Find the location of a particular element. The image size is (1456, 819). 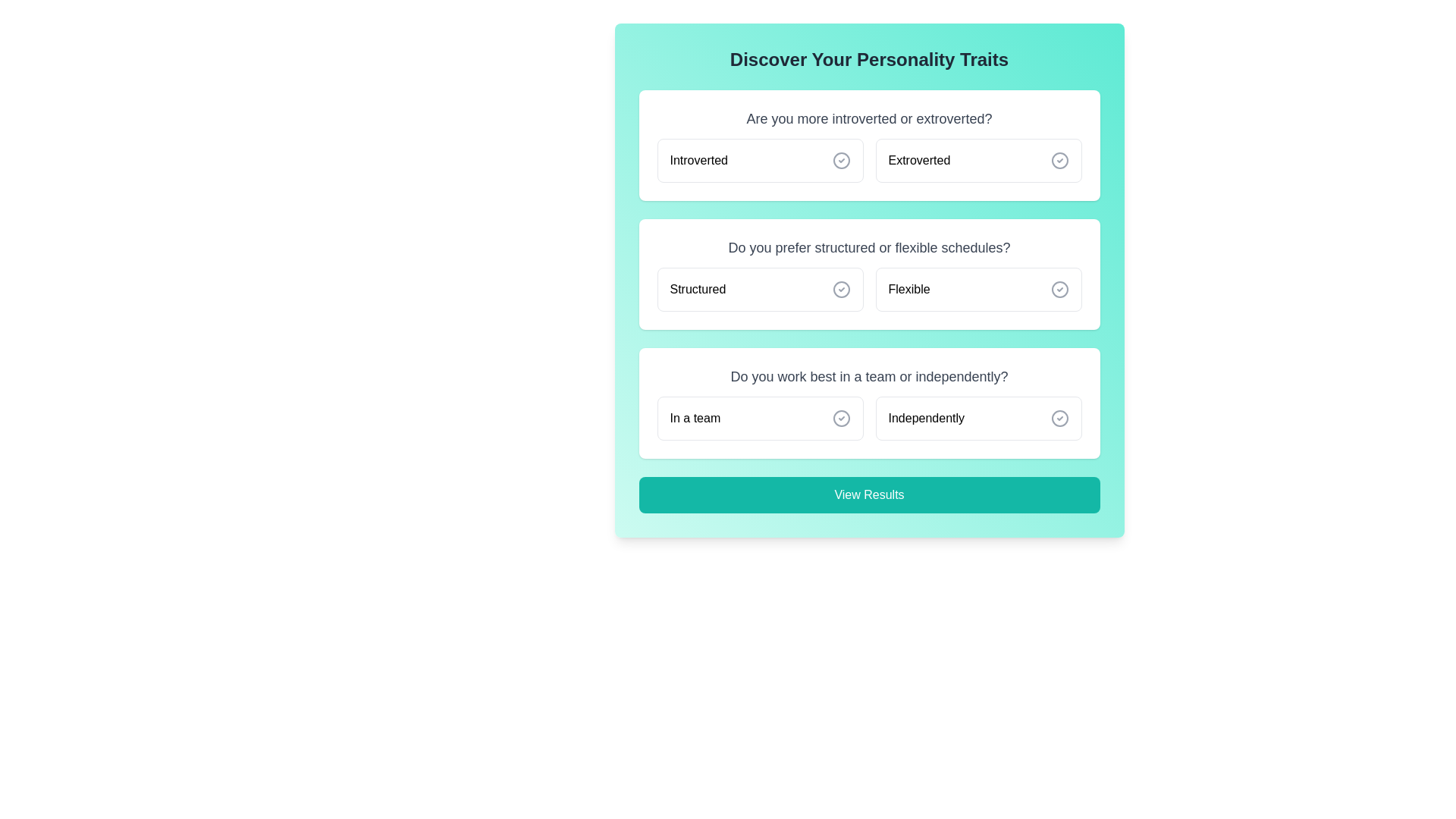

the 'Extroverted' option button, which is the second choice in the layout of the section labeled 'Are you more introverted or extroverted?' is located at coordinates (978, 161).